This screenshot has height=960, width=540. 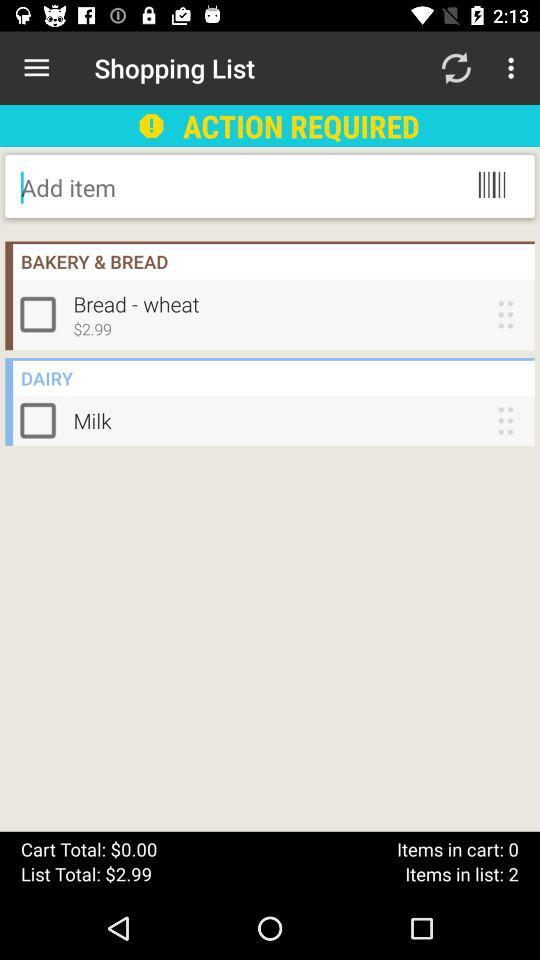 What do you see at coordinates (42, 419) in the screenshot?
I see `shopping list item` at bounding box center [42, 419].